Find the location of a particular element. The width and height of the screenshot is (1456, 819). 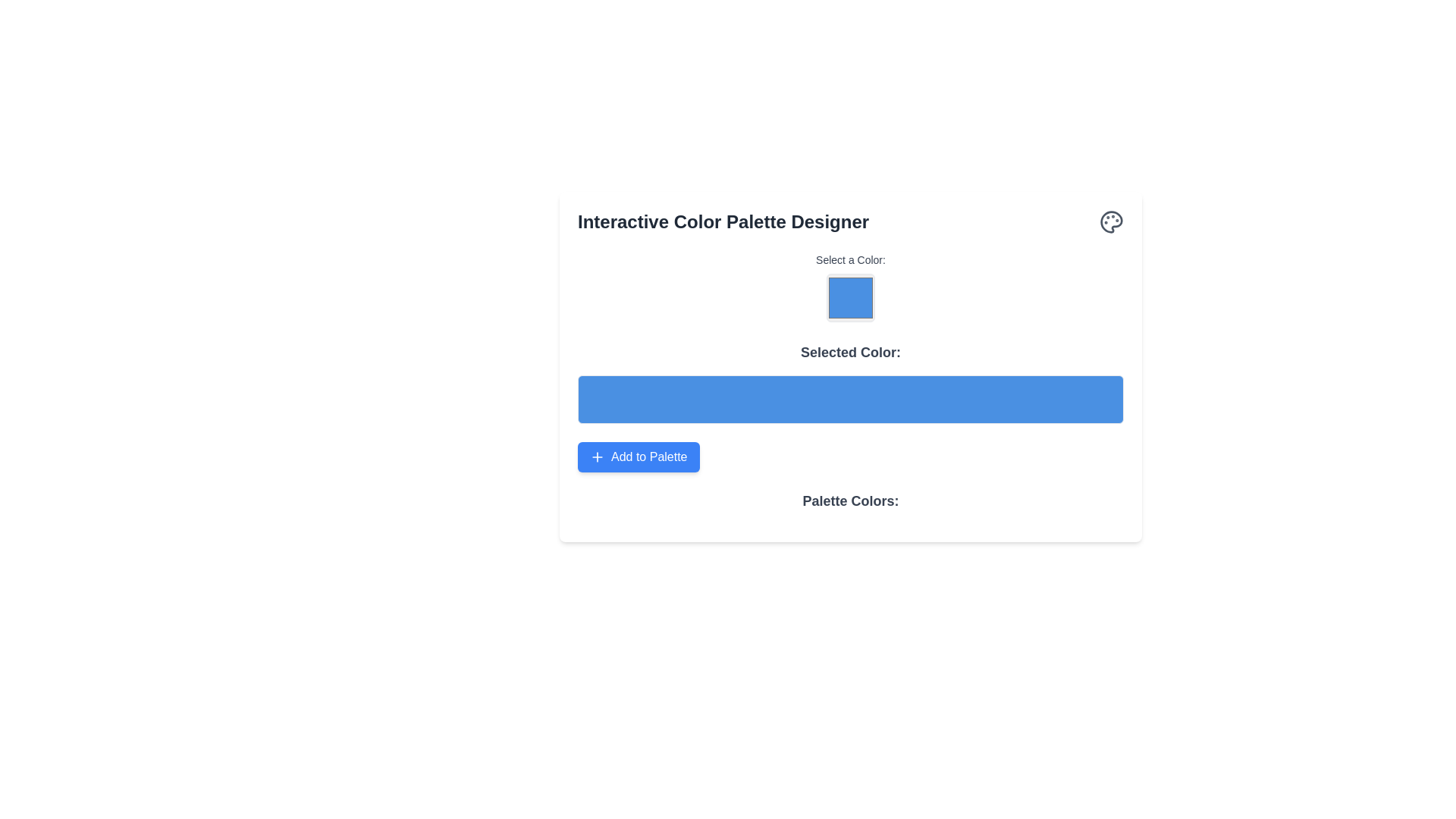

the painter's palette icon located in the top-right corner of the 'Interactive Color Palette Designer' section is located at coordinates (1111, 222).